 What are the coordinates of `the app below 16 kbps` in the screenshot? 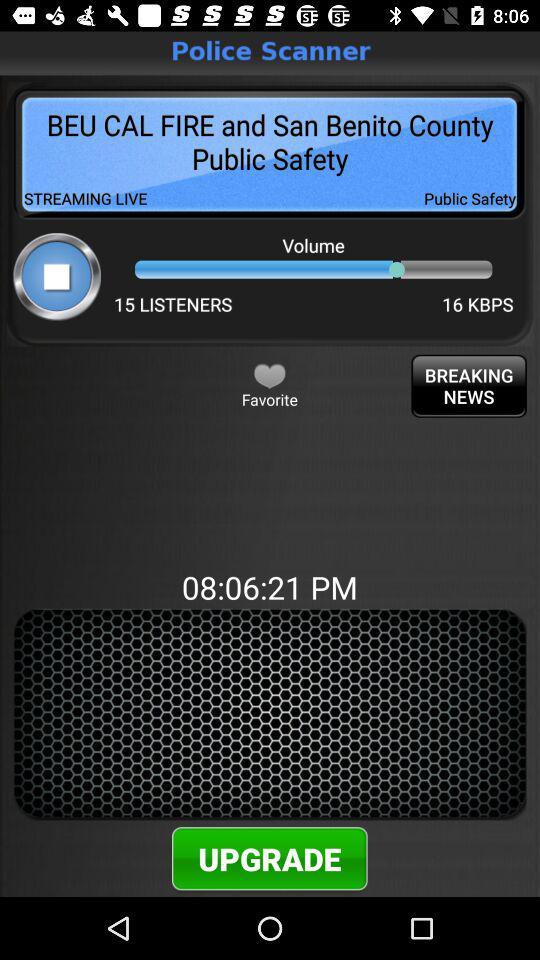 It's located at (469, 385).